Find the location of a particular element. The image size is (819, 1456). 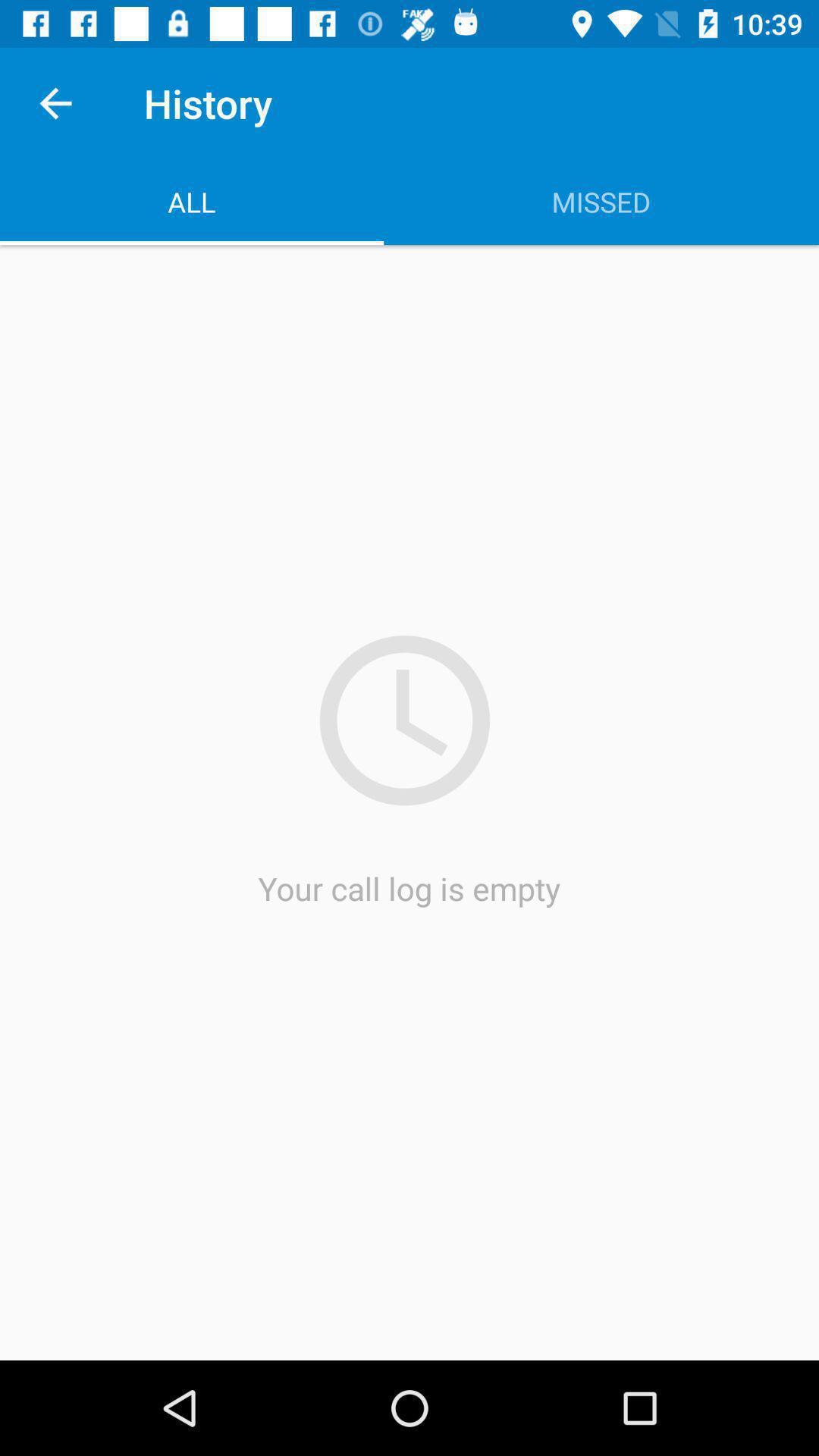

the app next to missed icon is located at coordinates (191, 201).